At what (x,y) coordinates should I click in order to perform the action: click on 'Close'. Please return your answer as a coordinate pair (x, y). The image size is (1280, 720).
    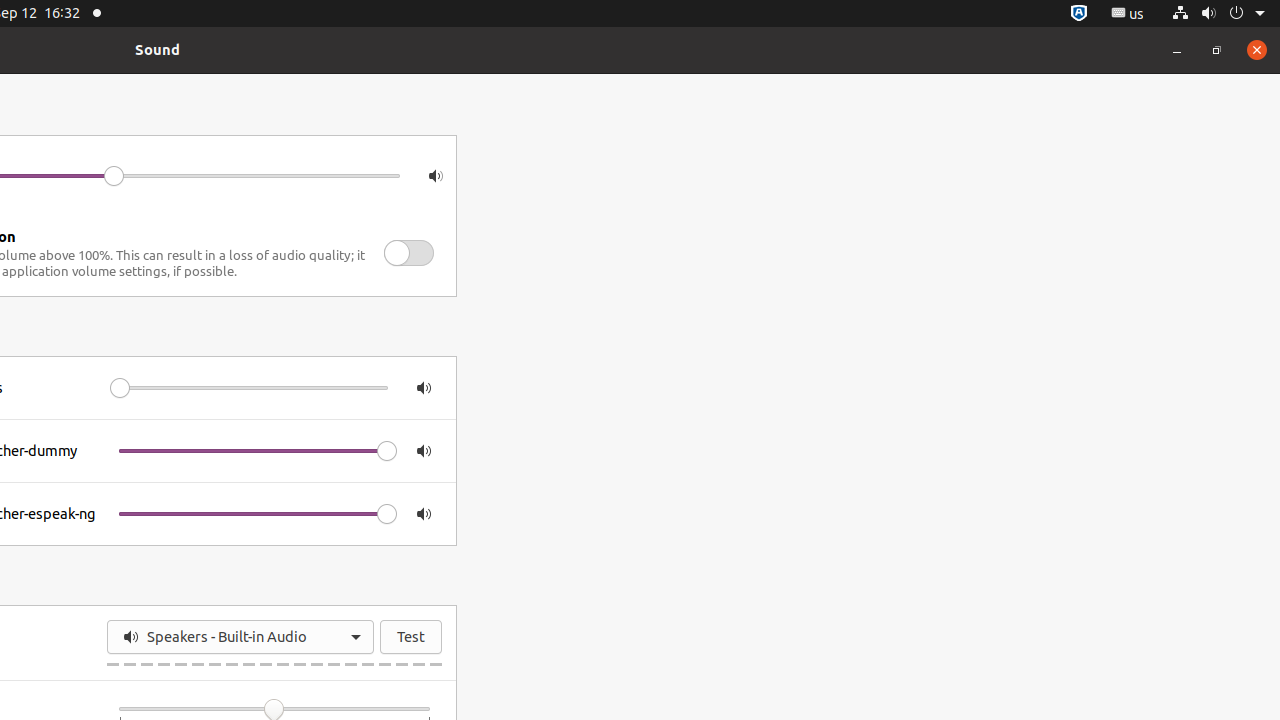
    Looking at the image, I should click on (1255, 48).